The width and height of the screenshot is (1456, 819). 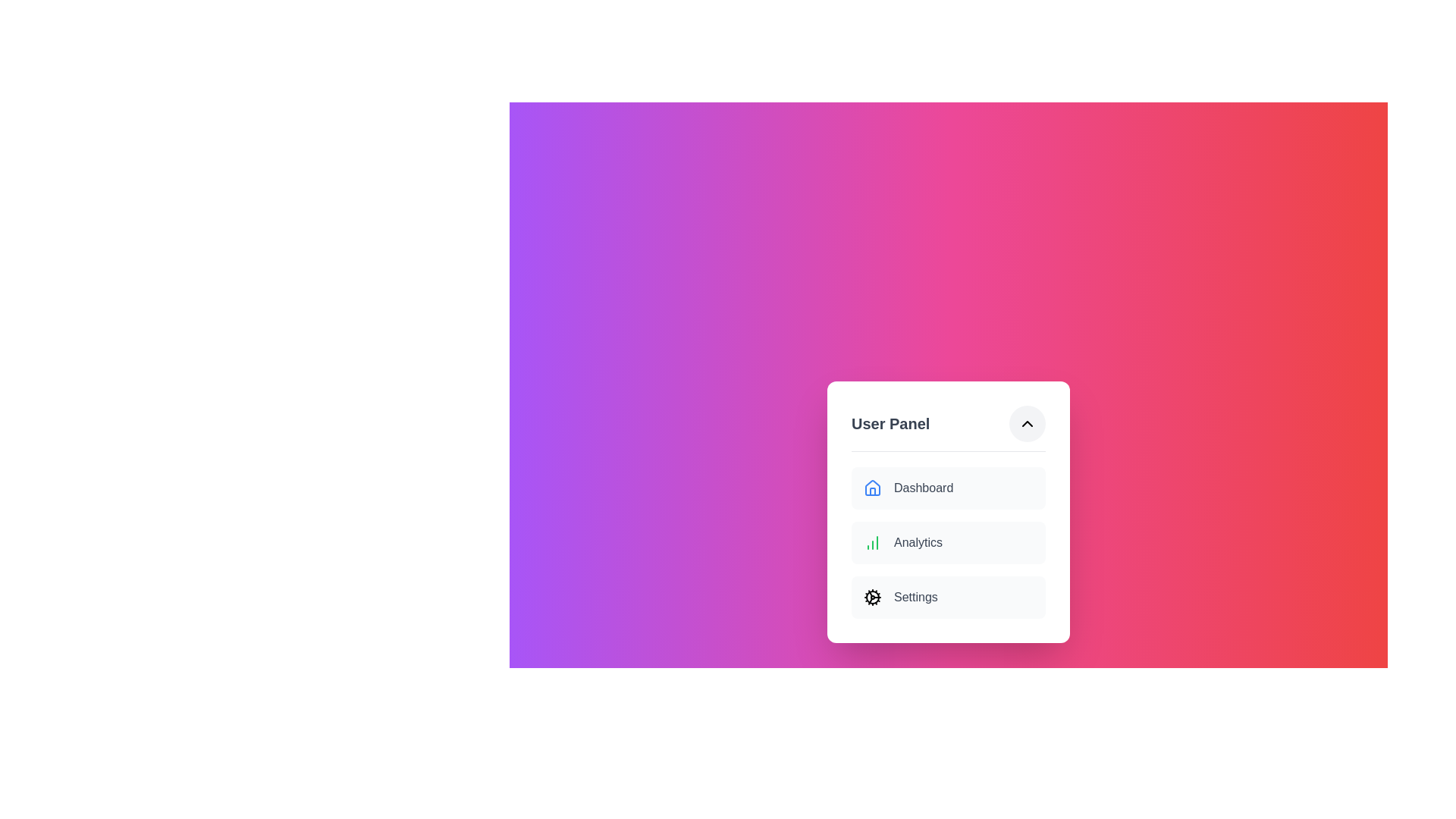 I want to click on button with the ChevronDown icon to toggle the menu visibility, so click(x=1027, y=423).